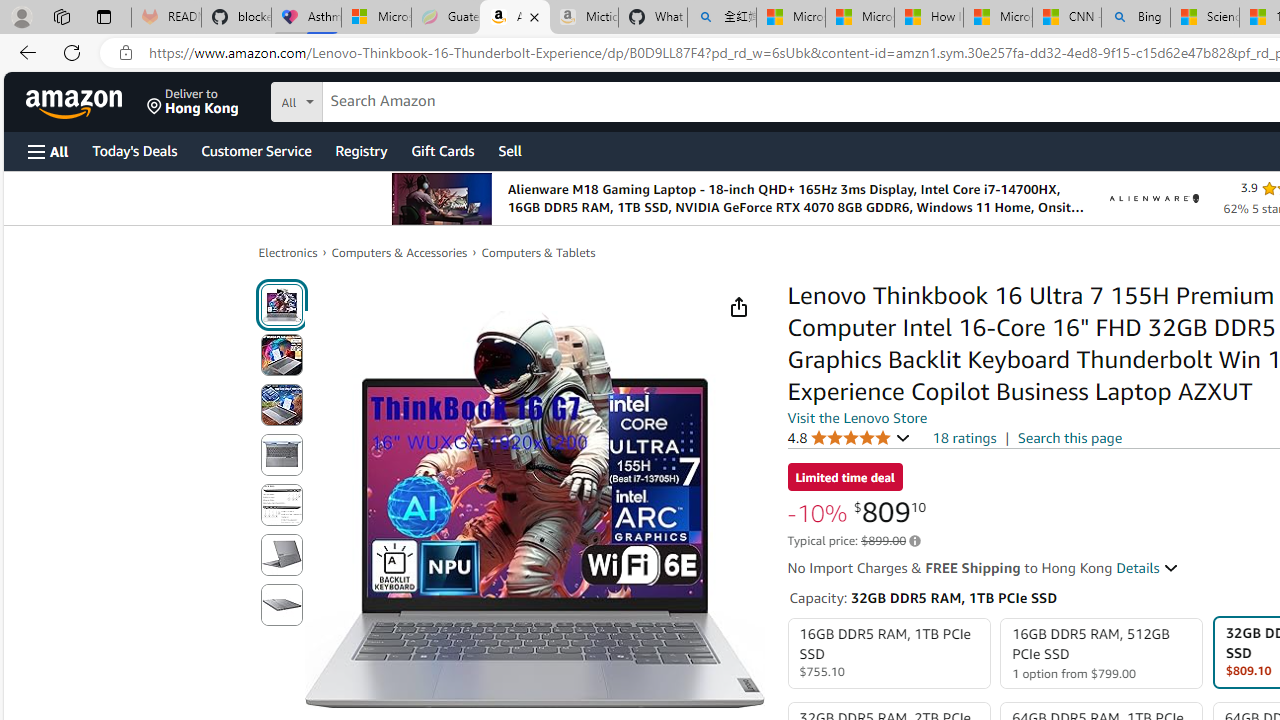  Describe the element at coordinates (304, 17) in the screenshot. I see `'Asthma Inhalers: Names and Types'` at that location.